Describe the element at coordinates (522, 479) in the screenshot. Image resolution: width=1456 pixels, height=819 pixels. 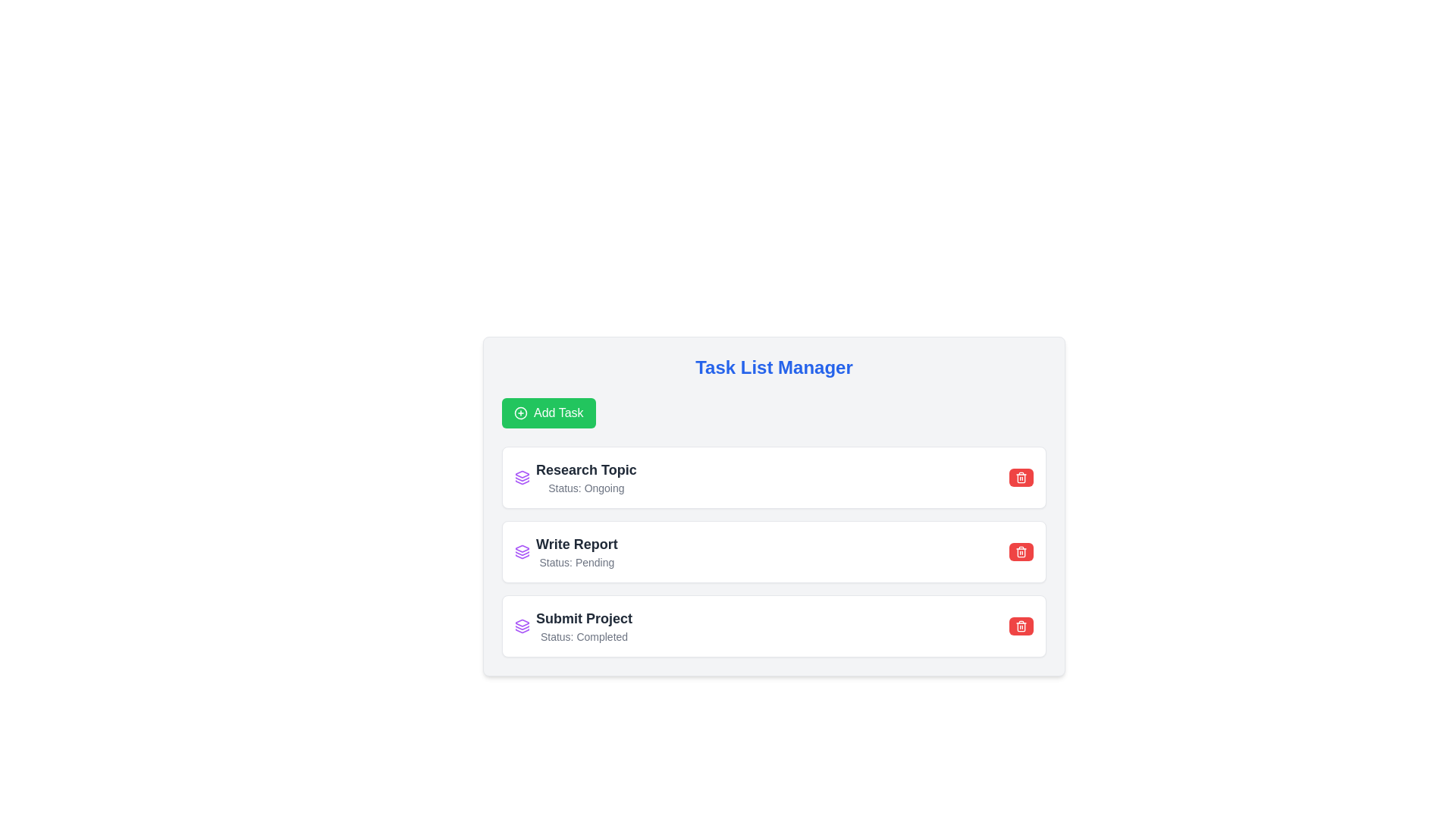
I see `the middle layer of the stacked layers icon in the task management interface, which is styled in purple and located next to the 'Write Report' task item` at that location.